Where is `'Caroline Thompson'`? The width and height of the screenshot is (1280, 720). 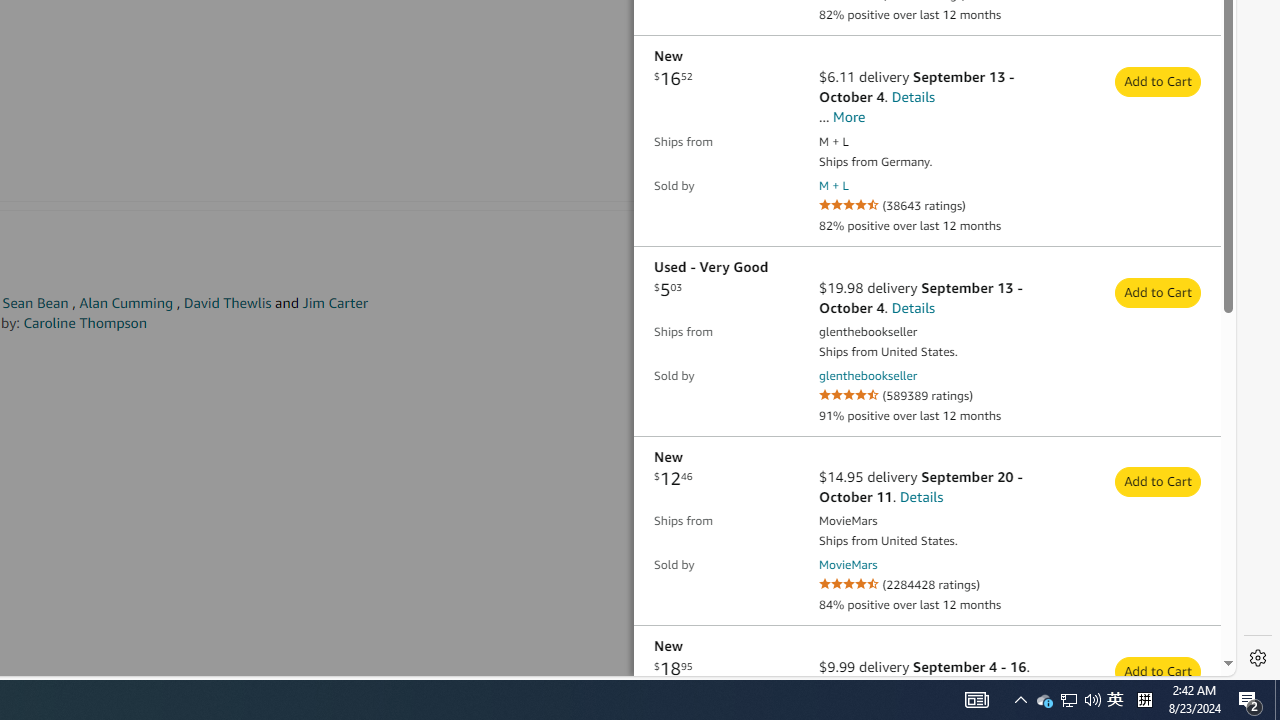
'Caroline Thompson' is located at coordinates (84, 322).